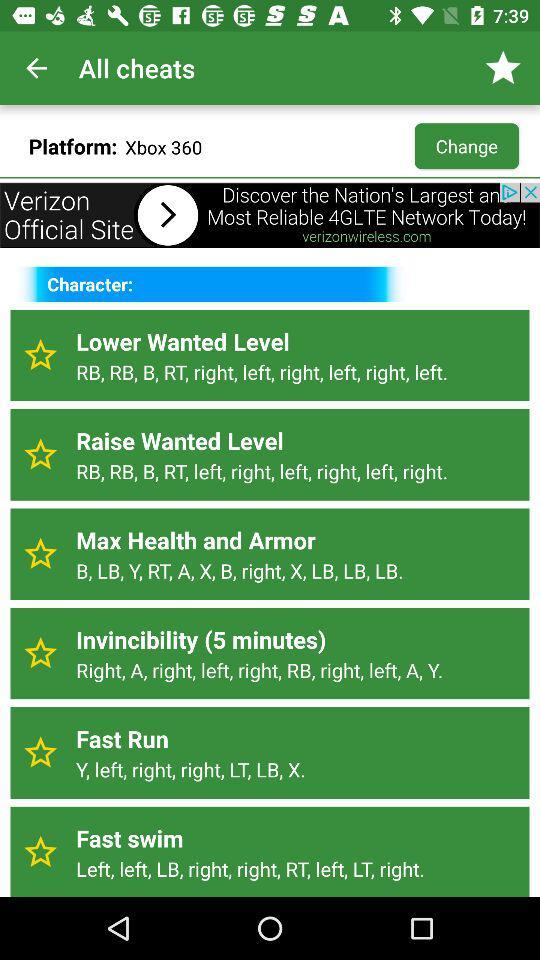 The height and width of the screenshot is (960, 540). I want to click on rating, so click(40, 355).